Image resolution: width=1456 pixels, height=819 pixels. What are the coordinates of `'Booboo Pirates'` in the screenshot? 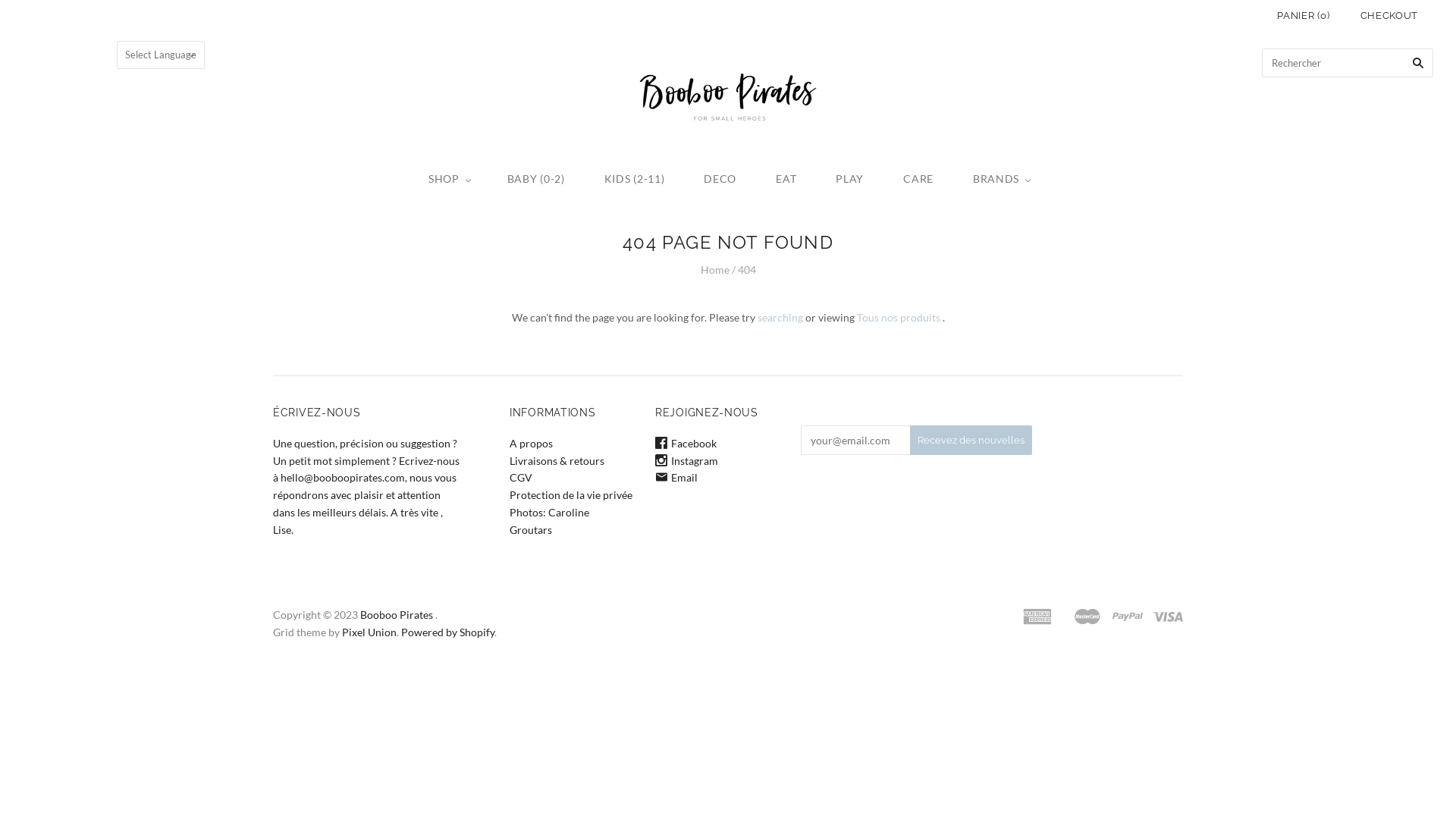 It's located at (359, 614).